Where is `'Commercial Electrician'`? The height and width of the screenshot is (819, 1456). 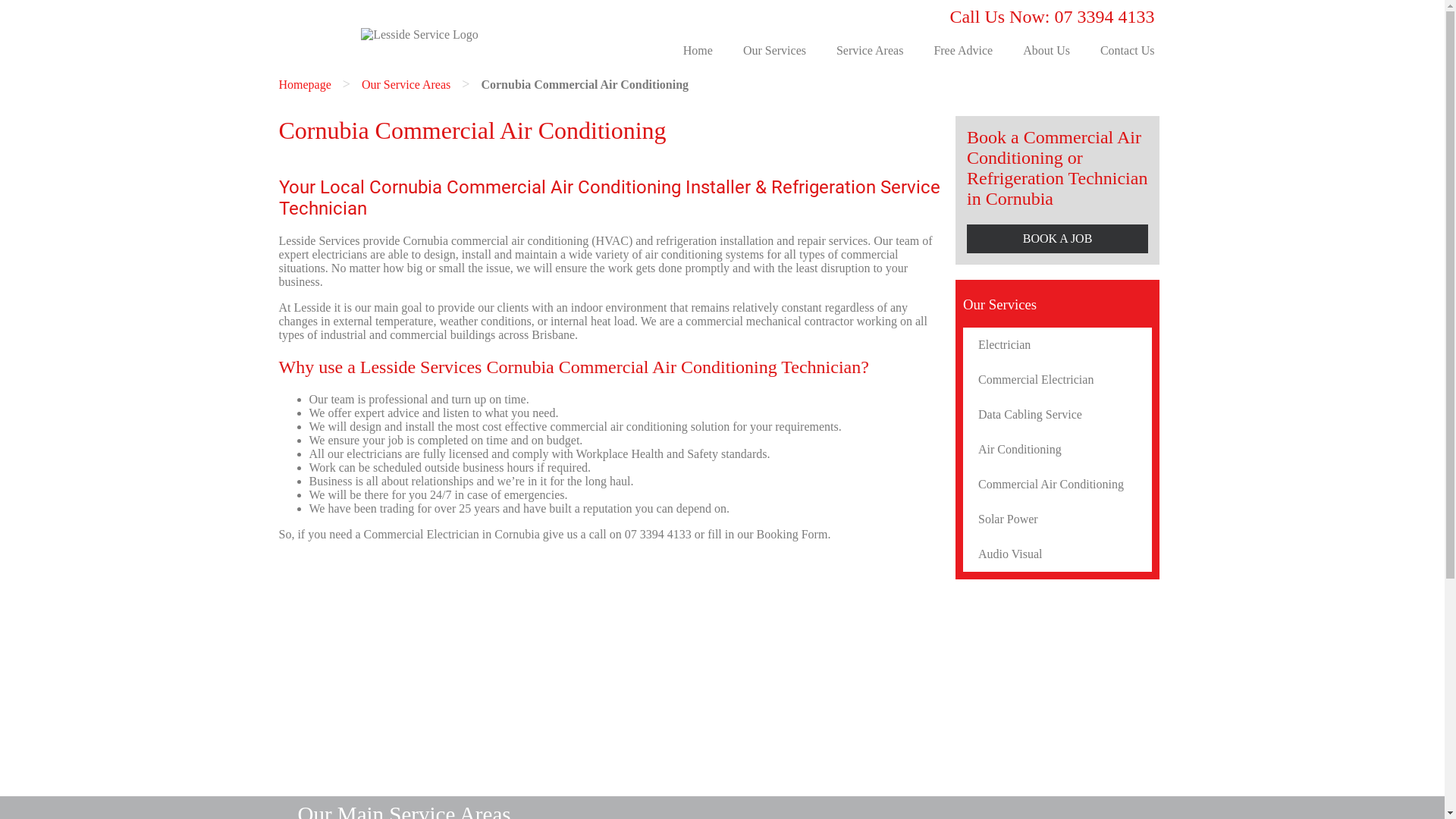
'Commercial Electrician' is located at coordinates (1056, 379).